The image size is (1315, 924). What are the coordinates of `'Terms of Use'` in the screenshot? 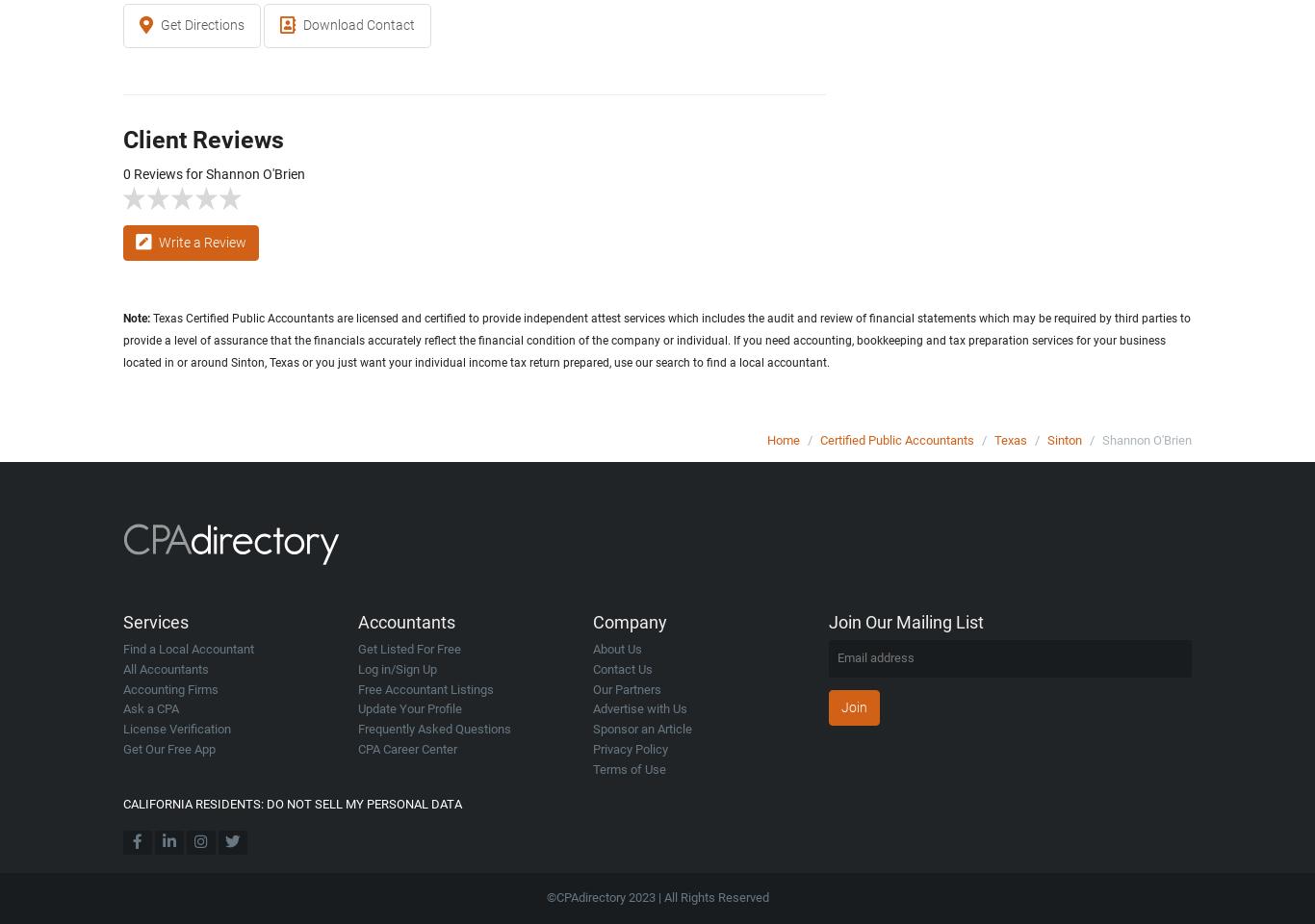 It's located at (629, 768).